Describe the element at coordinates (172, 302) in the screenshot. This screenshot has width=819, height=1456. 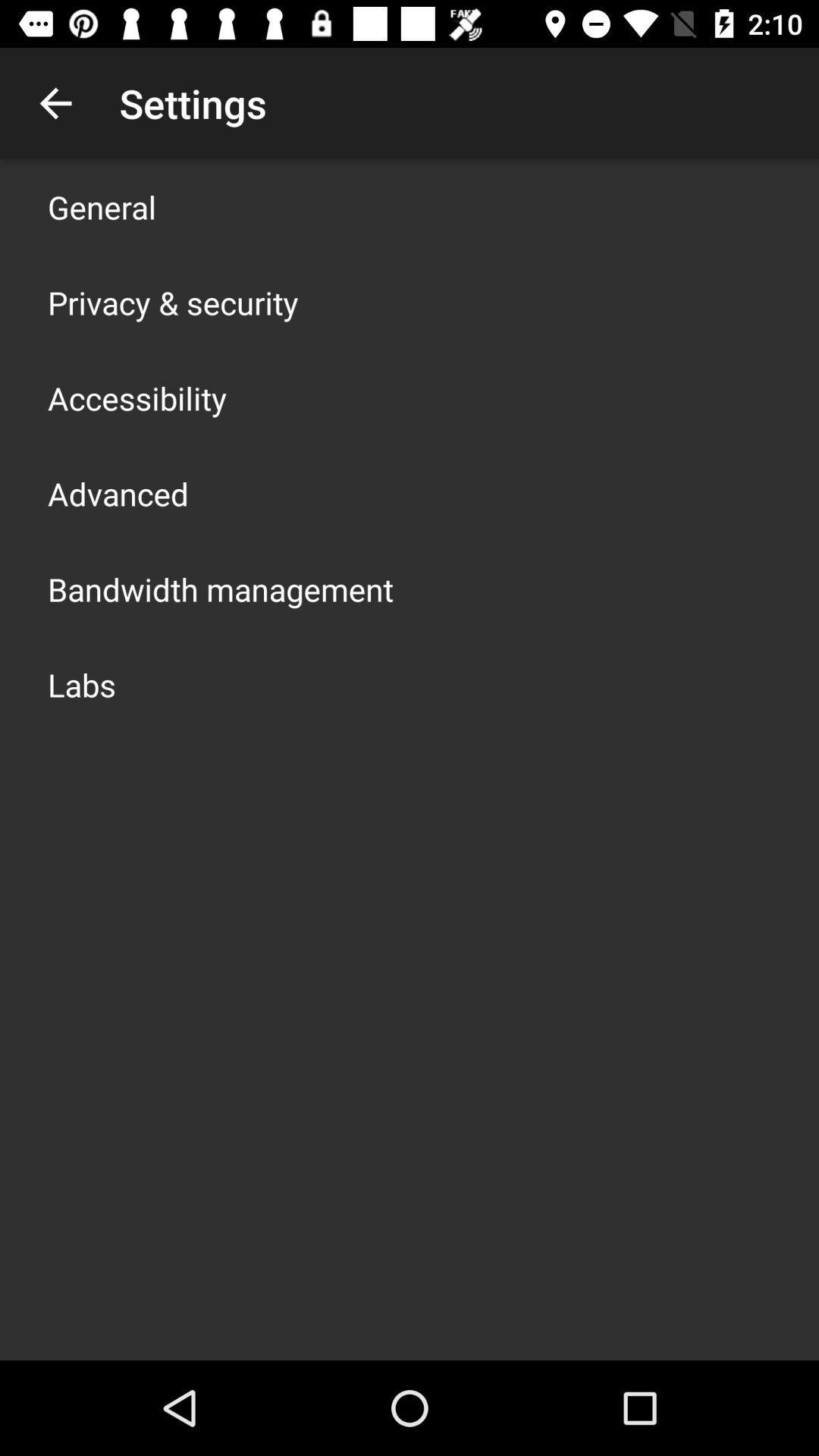
I see `privacy & security item` at that location.